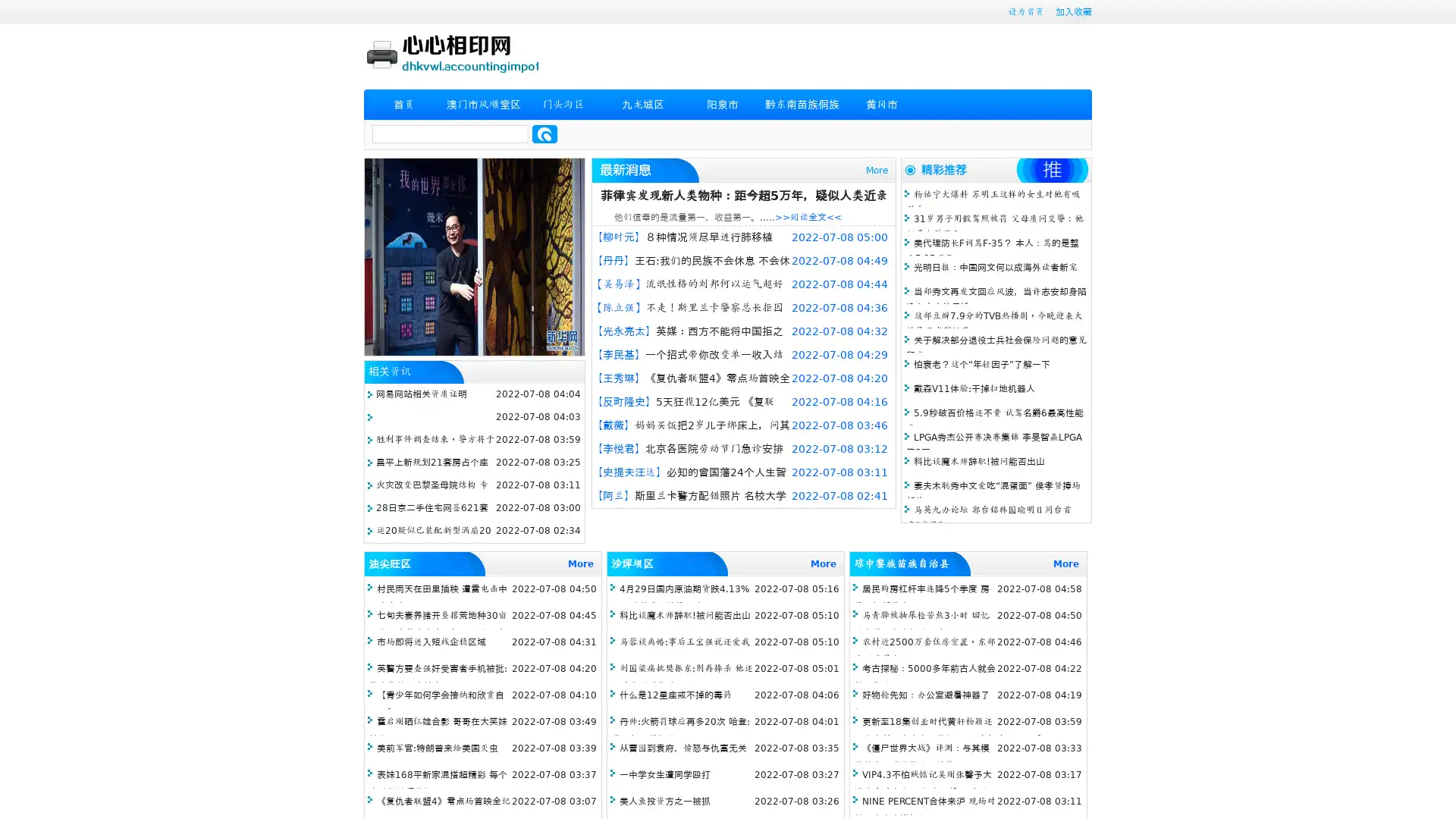  Describe the element at coordinates (544, 133) in the screenshot. I see `Search` at that location.